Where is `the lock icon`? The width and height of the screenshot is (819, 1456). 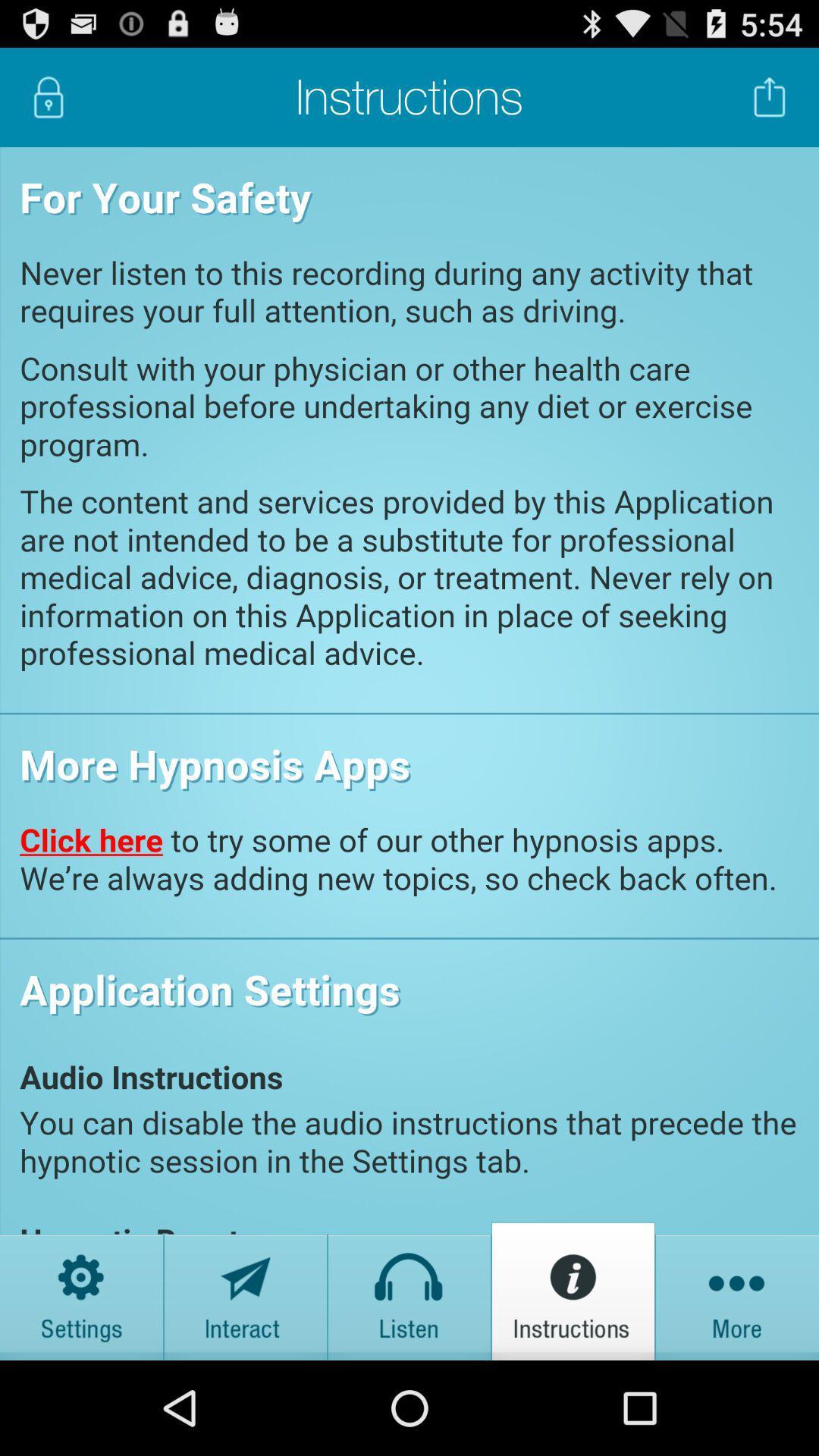 the lock icon is located at coordinates (48, 103).